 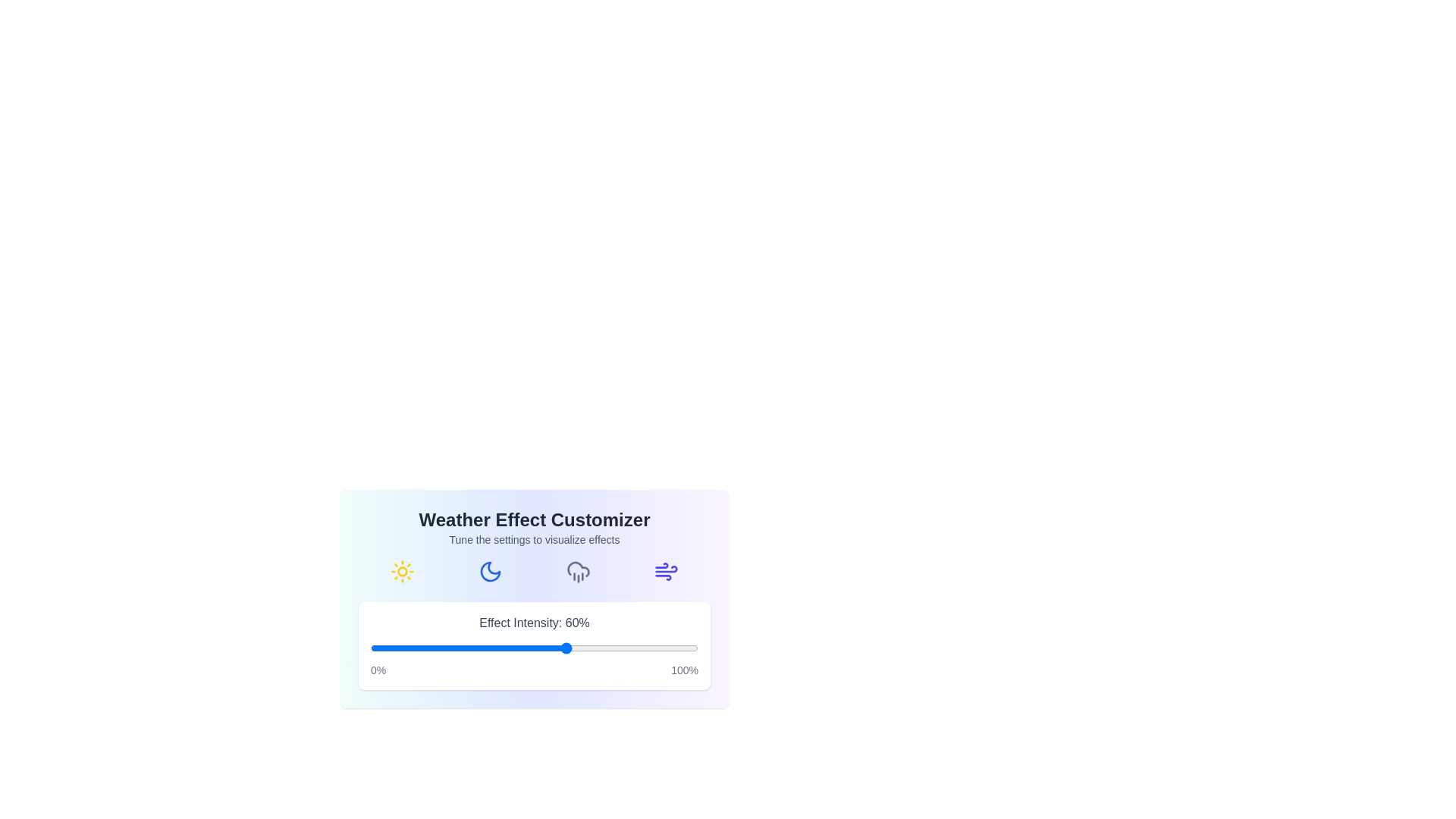 I want to click on the gray cloud with rain icon button, so click(x=578, y=571).